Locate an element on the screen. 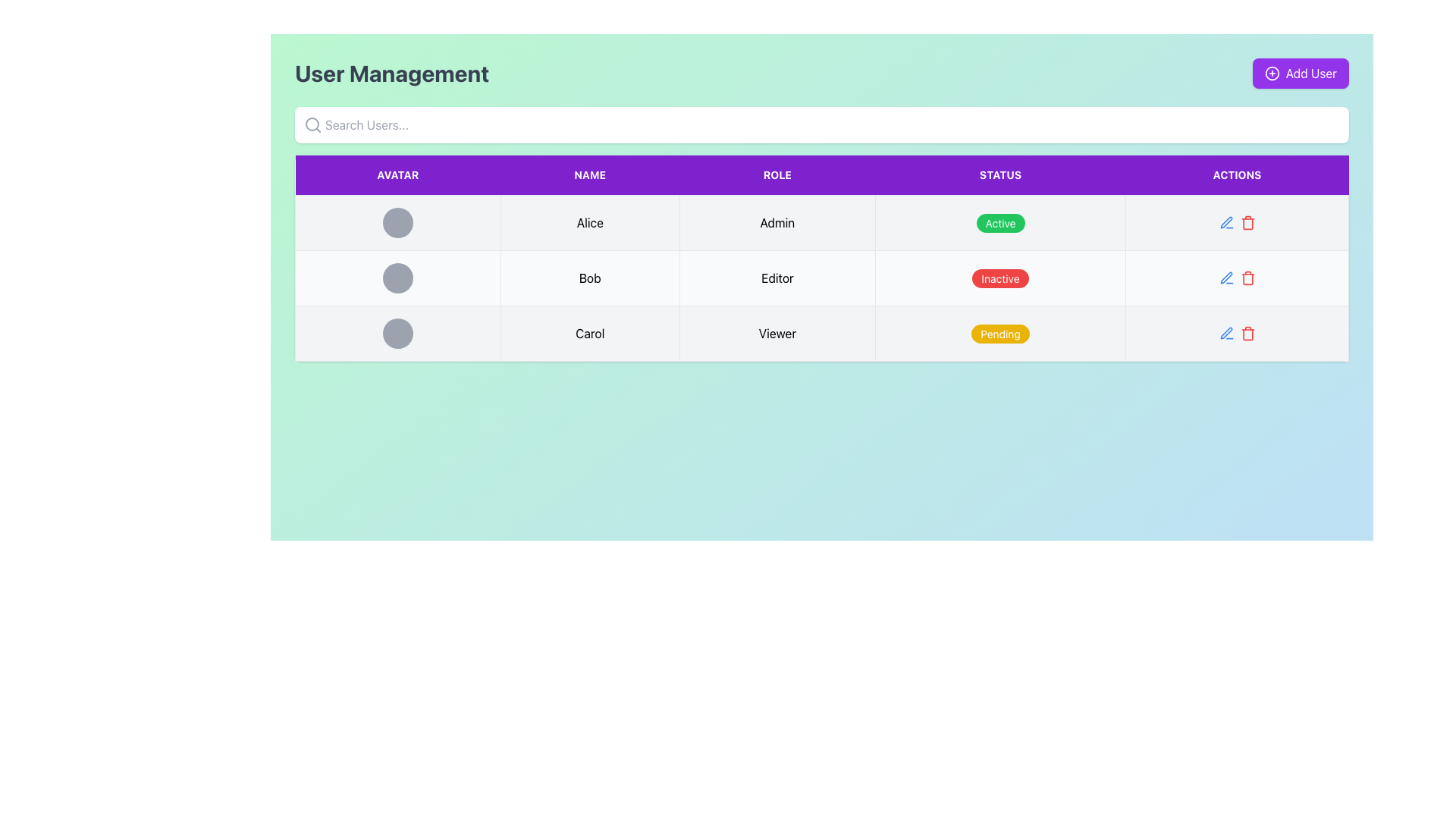  the Interactive icon (svg) located in the second row of the table under the 'Actions' column is located at coordinates (1226, 222).